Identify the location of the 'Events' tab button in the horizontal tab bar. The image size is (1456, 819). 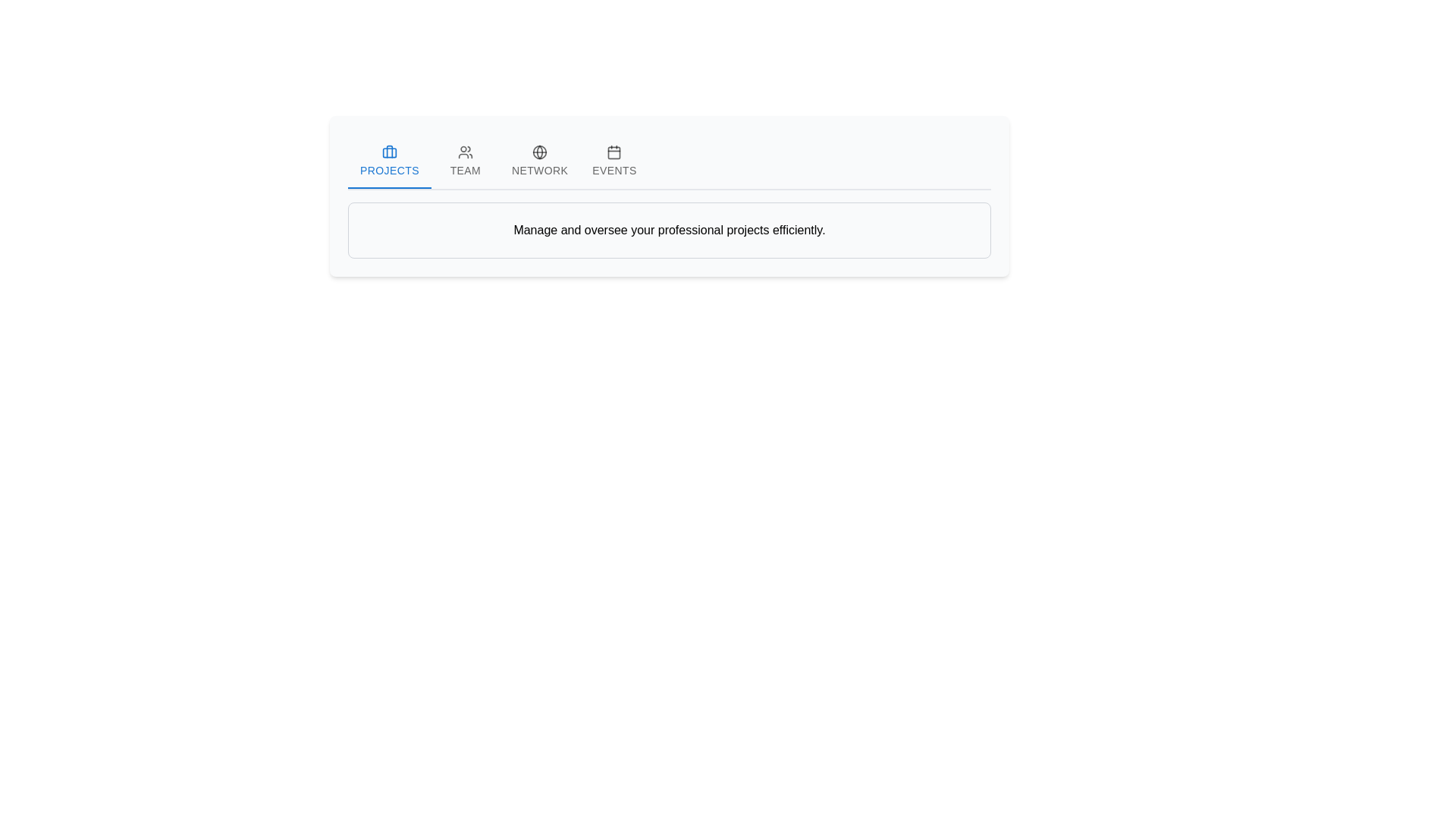
(614, 161).